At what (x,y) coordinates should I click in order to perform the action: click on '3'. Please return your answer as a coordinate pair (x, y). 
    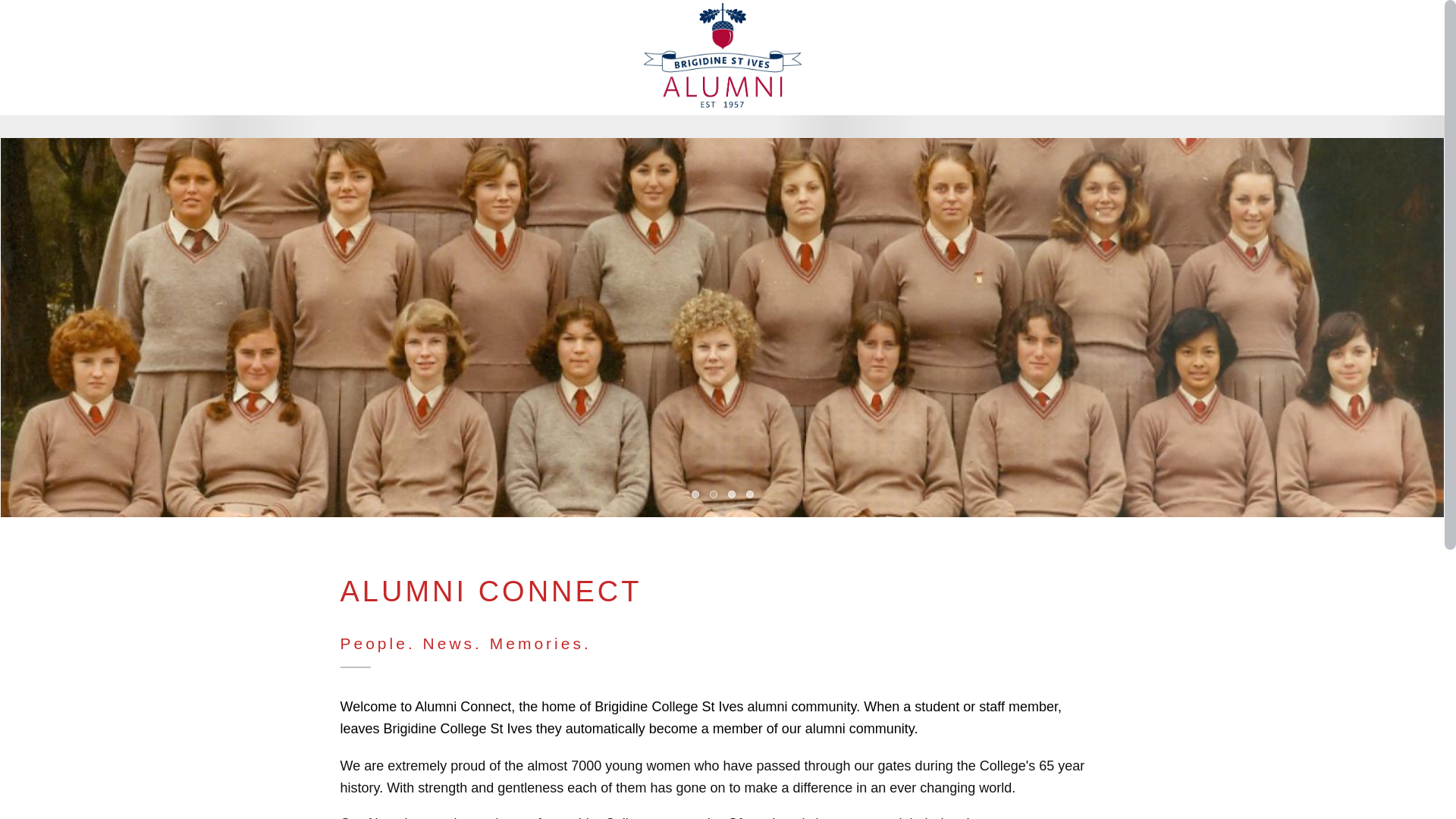
    Looking at the image, I should click on (731, 494).